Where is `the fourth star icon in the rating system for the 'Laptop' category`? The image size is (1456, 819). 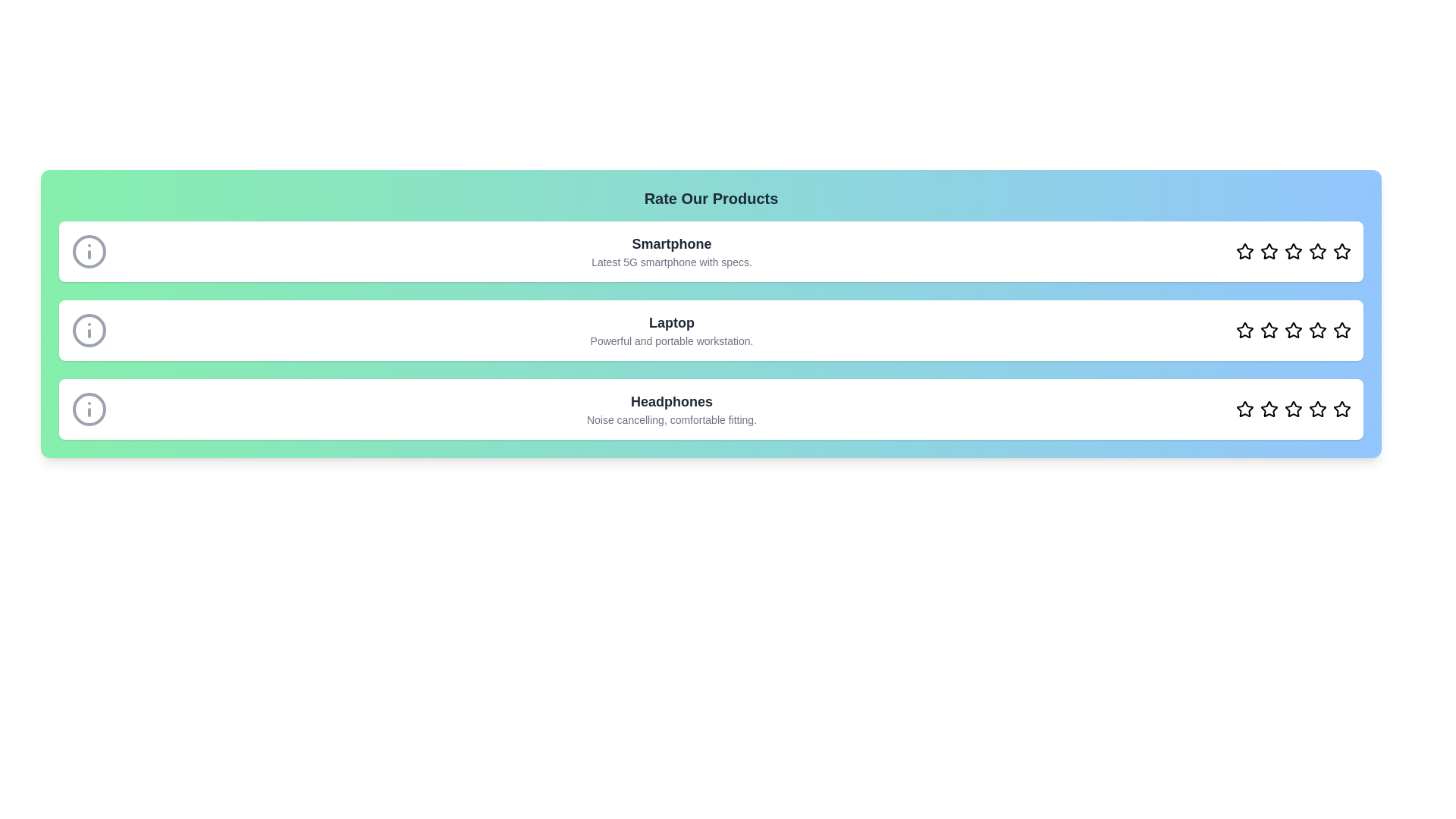
the fourth star icon in the rating system for the 'Laptop' category is located at coordinates (1292, 329).